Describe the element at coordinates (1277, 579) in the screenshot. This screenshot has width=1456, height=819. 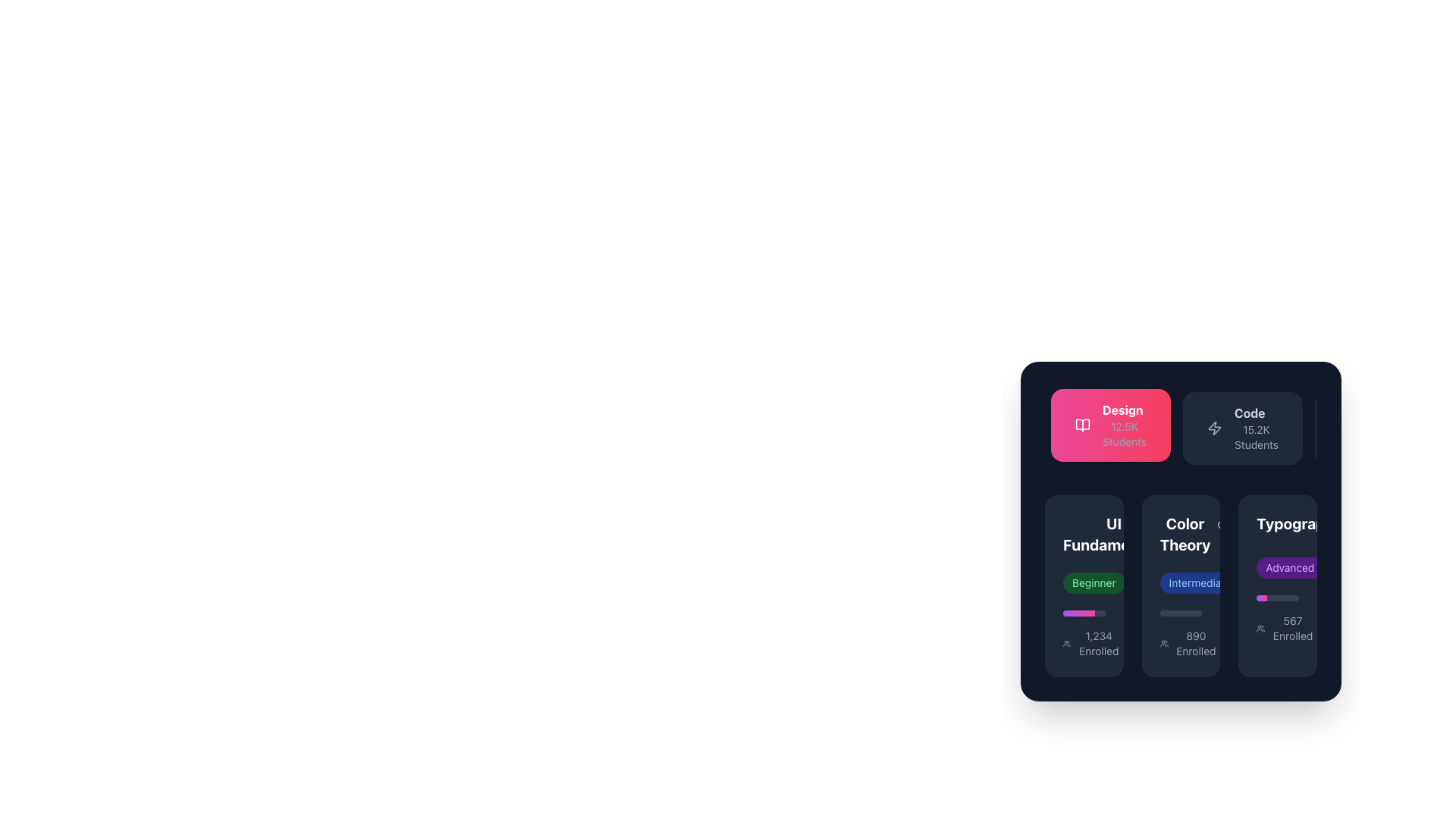
I see `the 'Advanced' label, which is a rounded purple badge with white text, prominently displayed on a dark background within the 'Typography' course card` at that location.